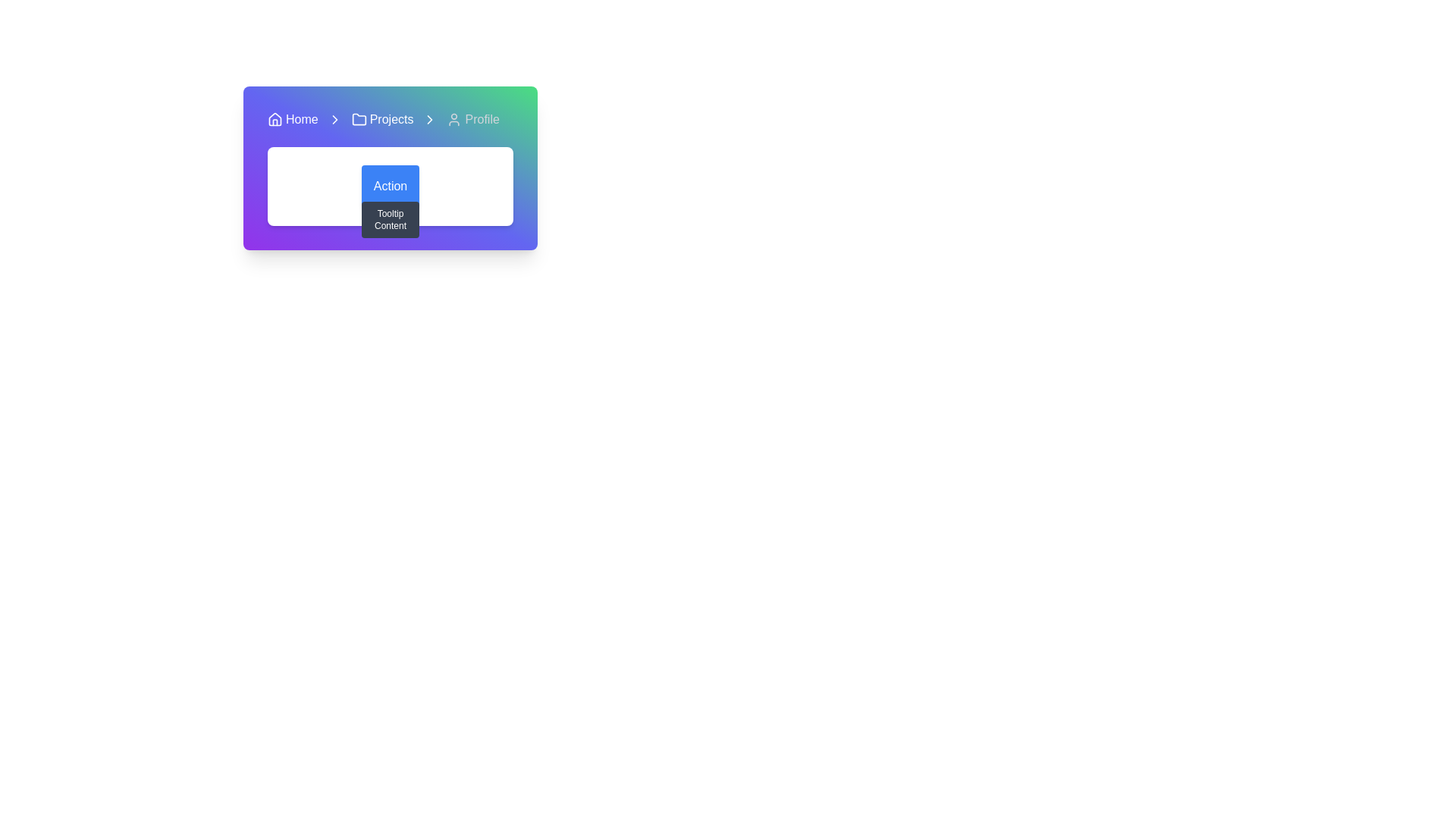 The height and width of the screenshot is (819, 1456). I want to click on the Profile navigation link icon, which features a user silhouette and the label 'Profile', located in the top navigation bar as the third item from the left, so click(472, 119).